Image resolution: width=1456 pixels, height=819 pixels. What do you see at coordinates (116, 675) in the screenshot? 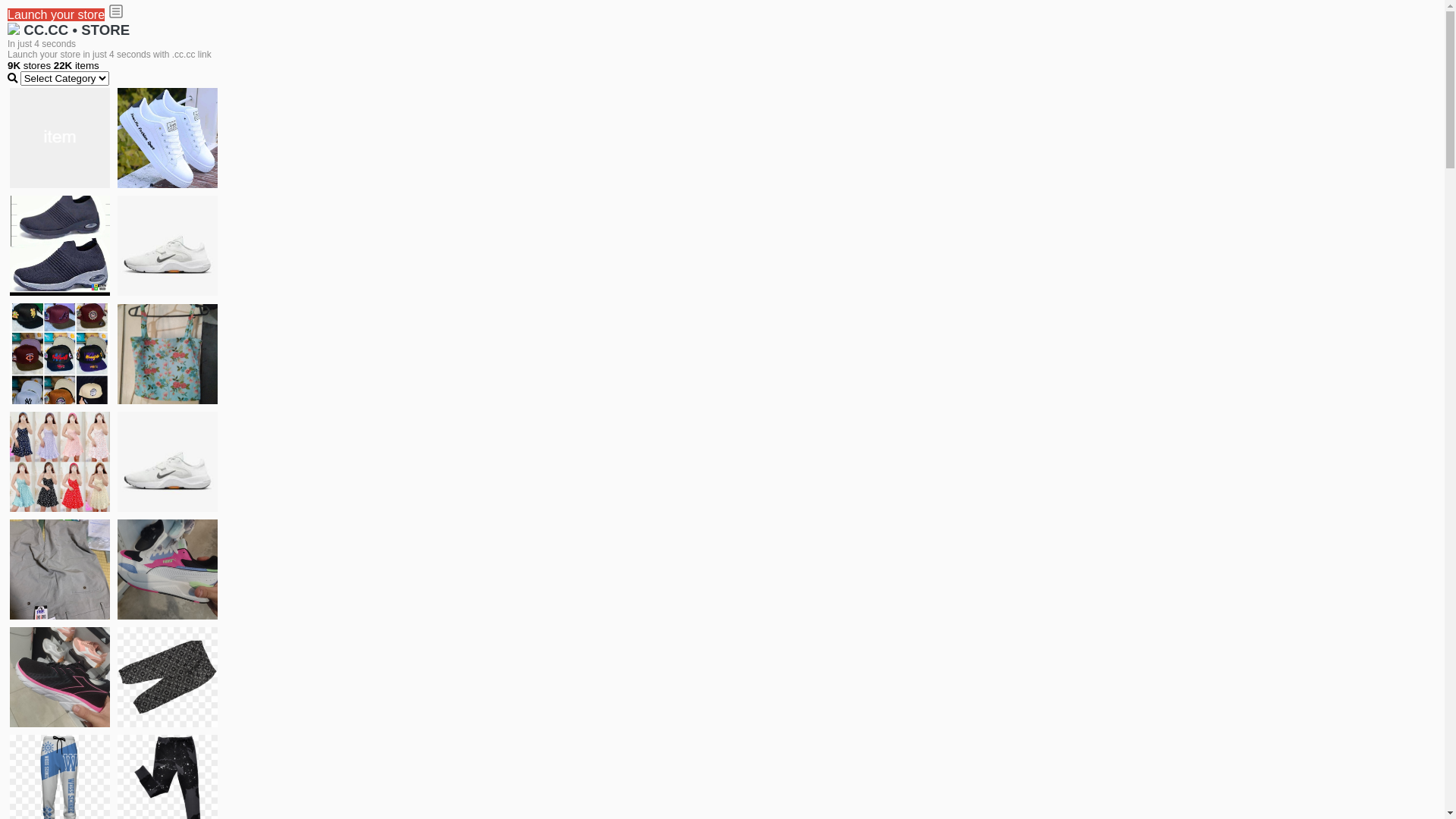
I see `'Short pant'` at bounding box center [116, 675].